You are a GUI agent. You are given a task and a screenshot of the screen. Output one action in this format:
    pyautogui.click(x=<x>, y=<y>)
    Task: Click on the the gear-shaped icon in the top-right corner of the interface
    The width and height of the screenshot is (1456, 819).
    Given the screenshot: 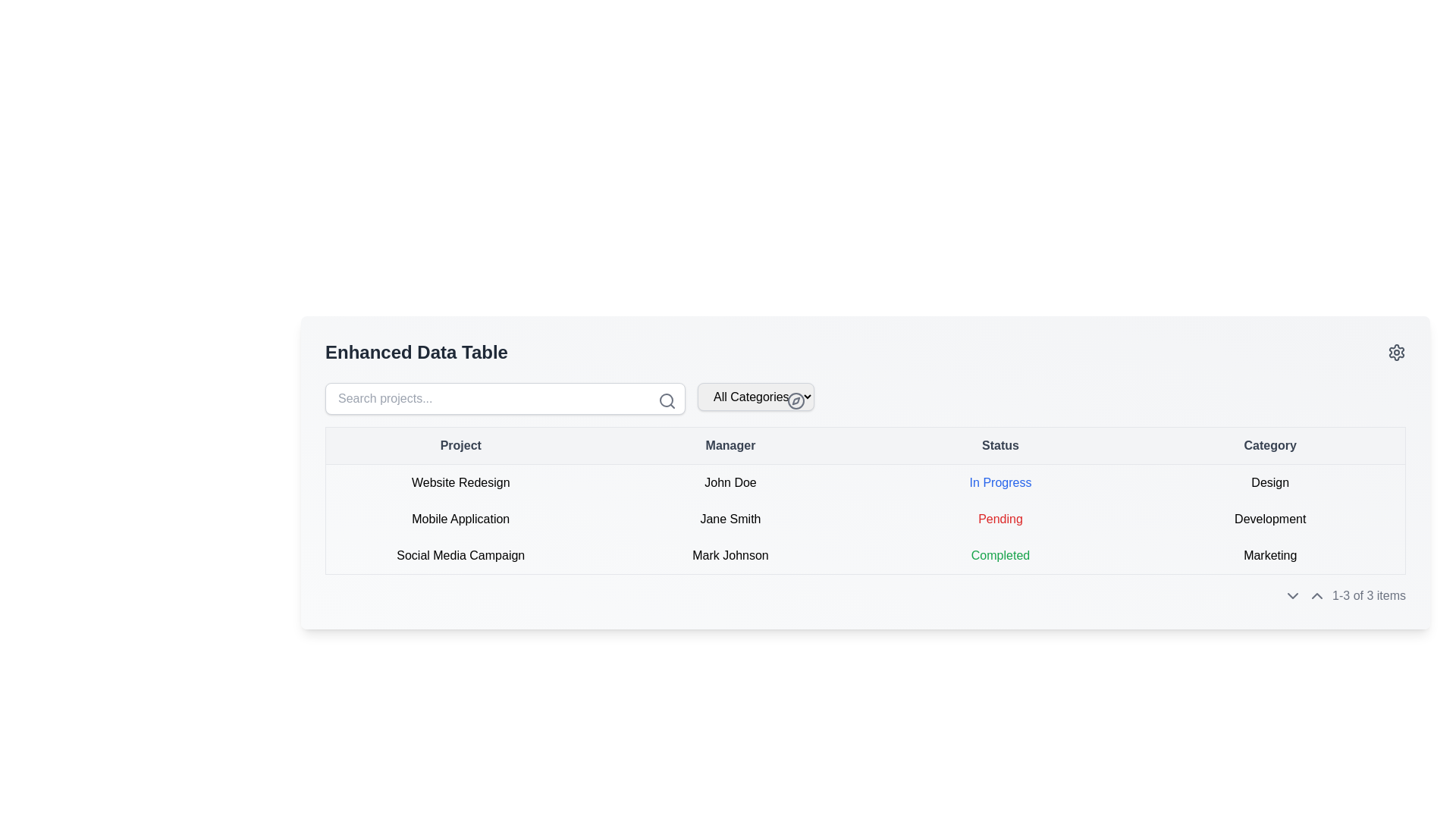 What is the action you would take?
    pyautogui.click(x=1396, y=353)
    